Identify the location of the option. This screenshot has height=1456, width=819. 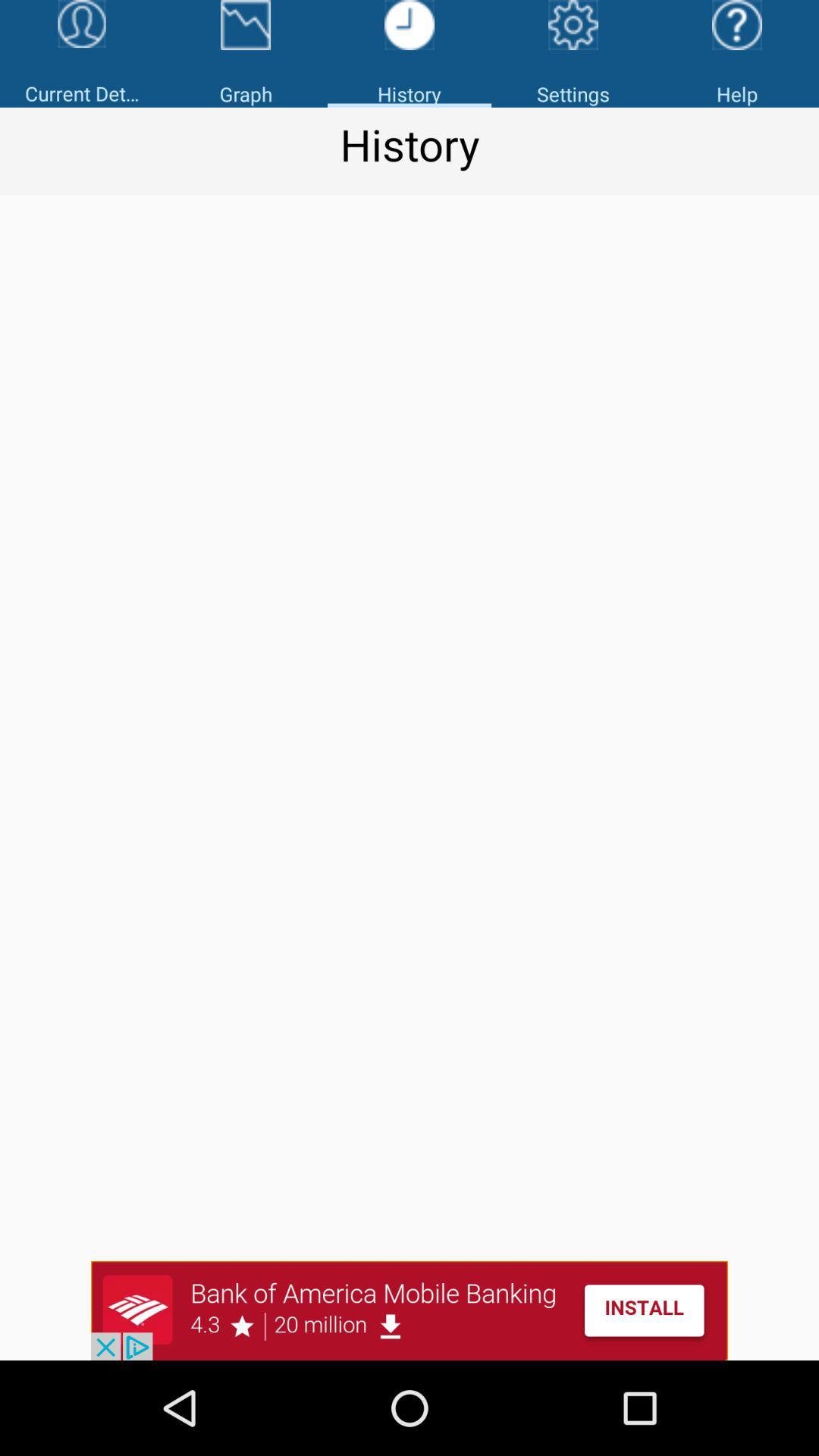
(409, 1310).